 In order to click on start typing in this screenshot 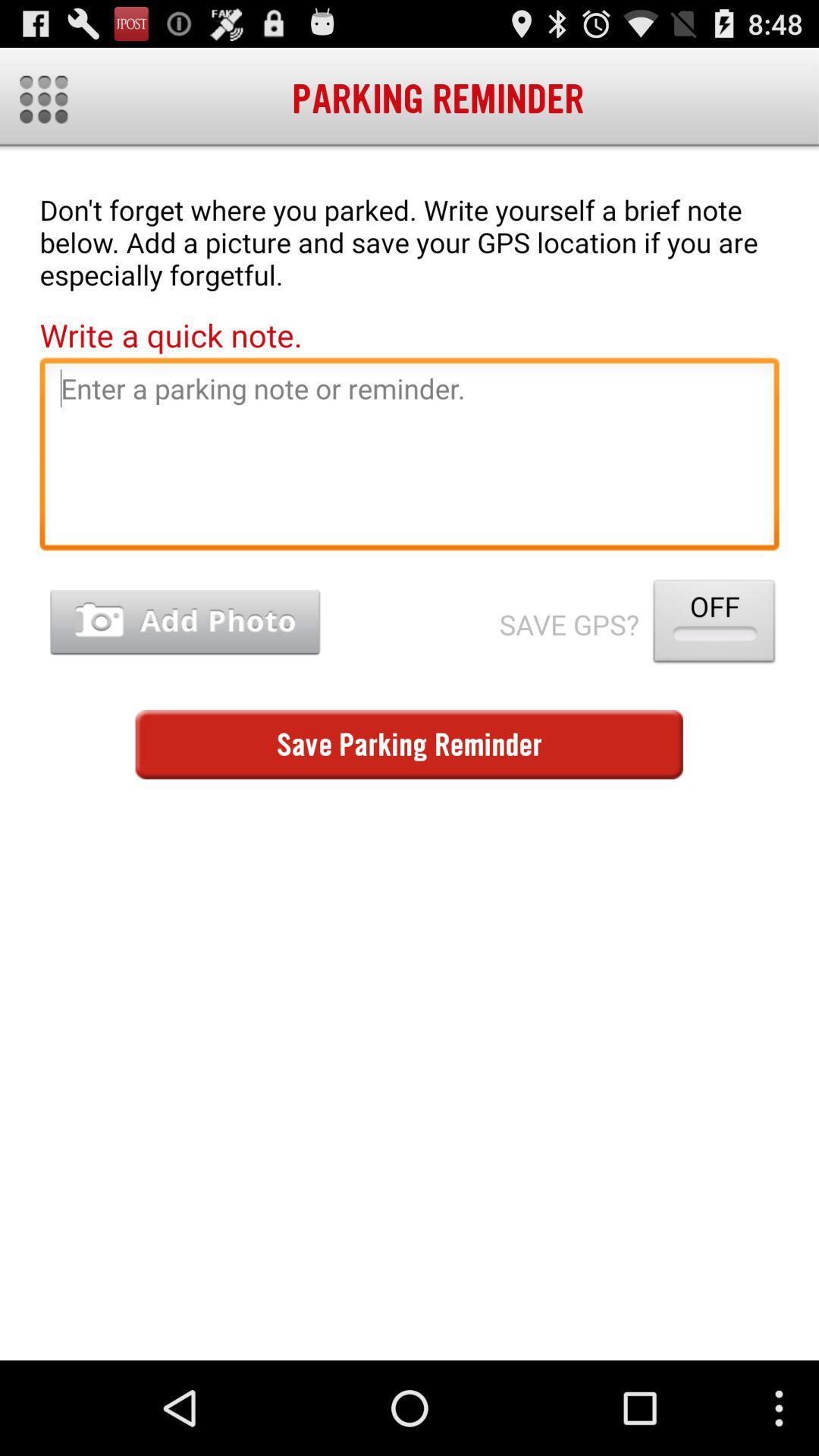, I will do `click(409, 457)`.